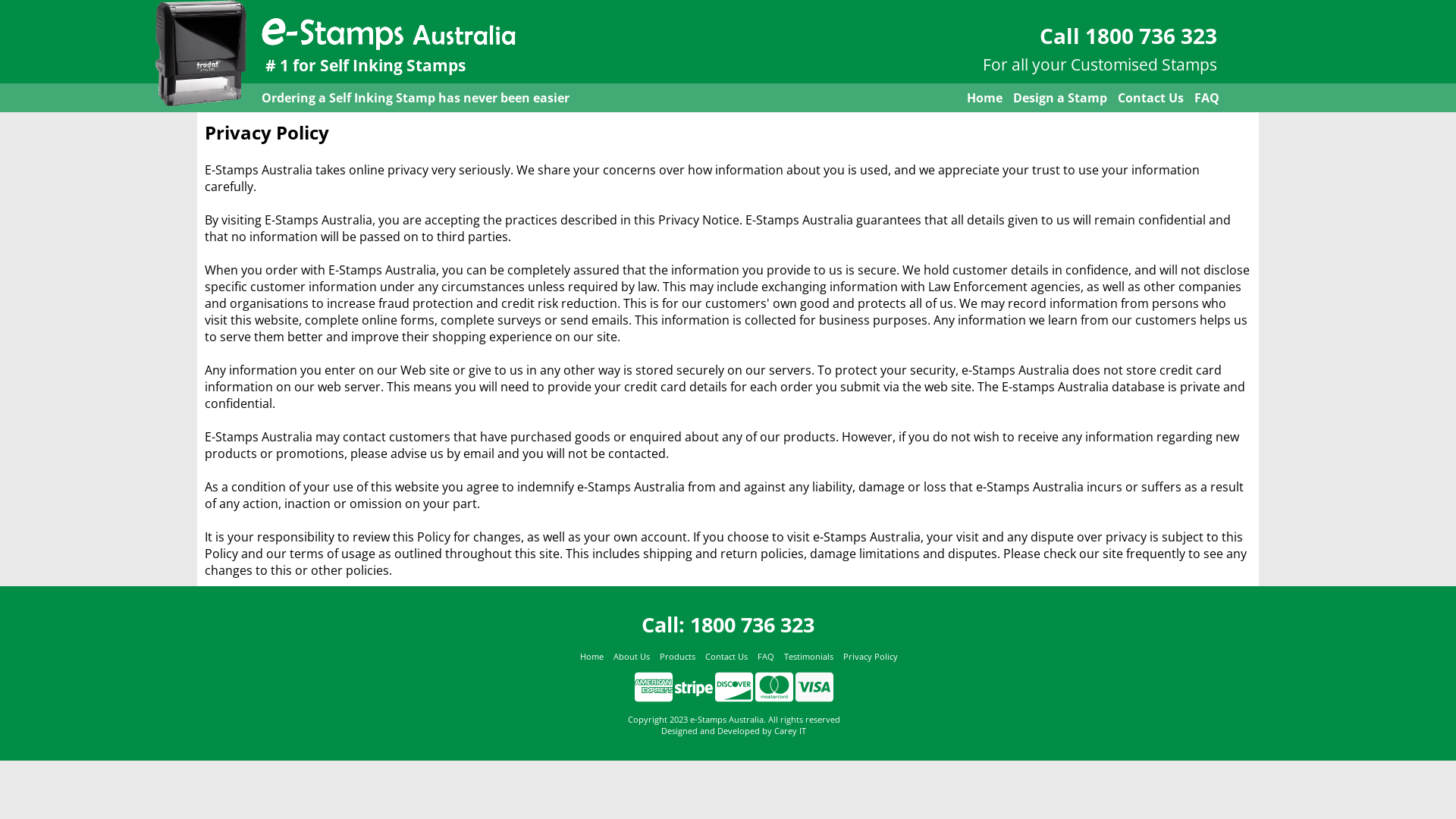  Describe the element at coordinates (1128, 34) in the screenshot. I see `'Call 1800 736 323'` at that location.